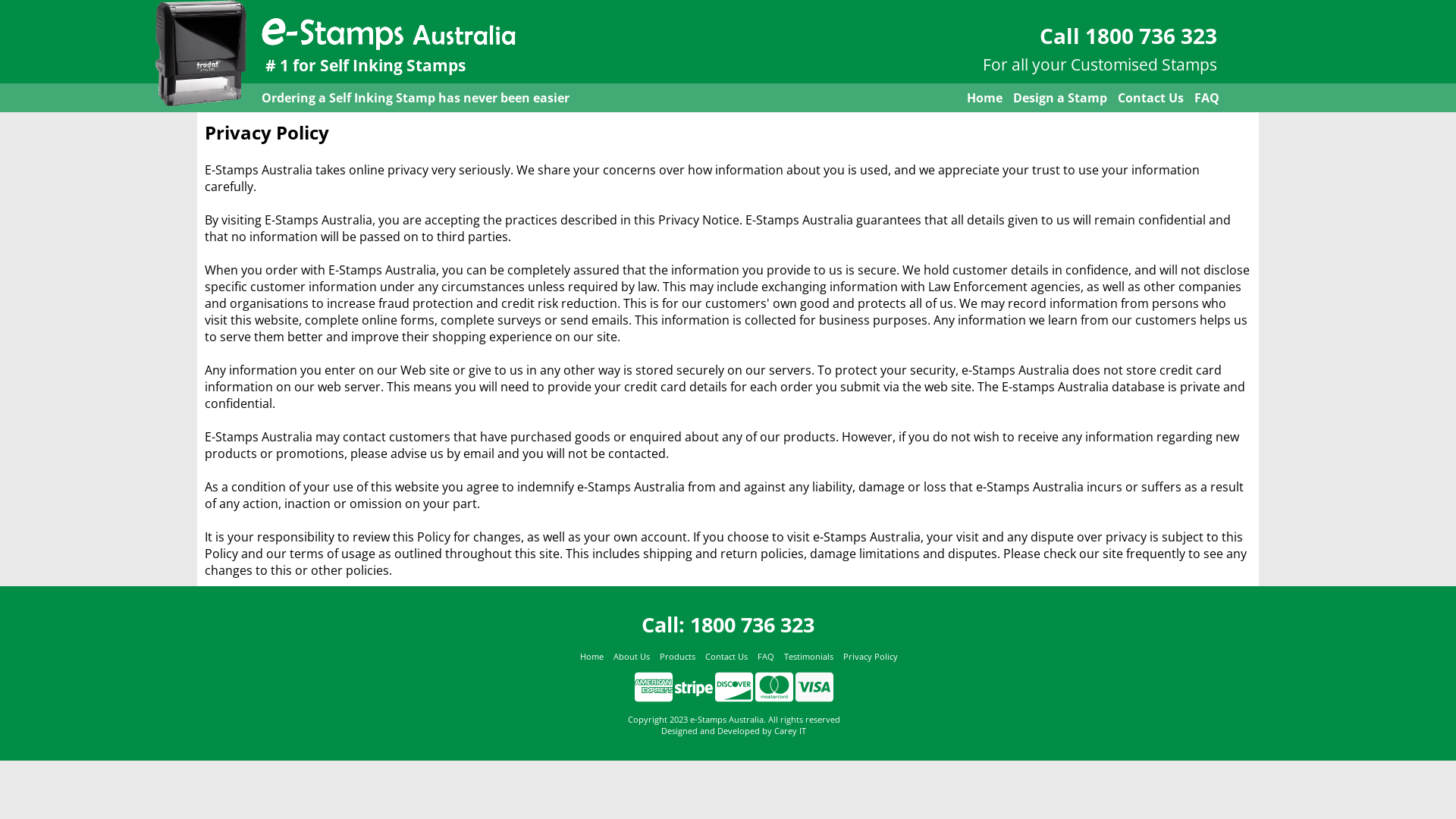  Describe the element at coordinates (1128, 34) in the screenshot. I see `'Call 1800 736 323'` at that location.